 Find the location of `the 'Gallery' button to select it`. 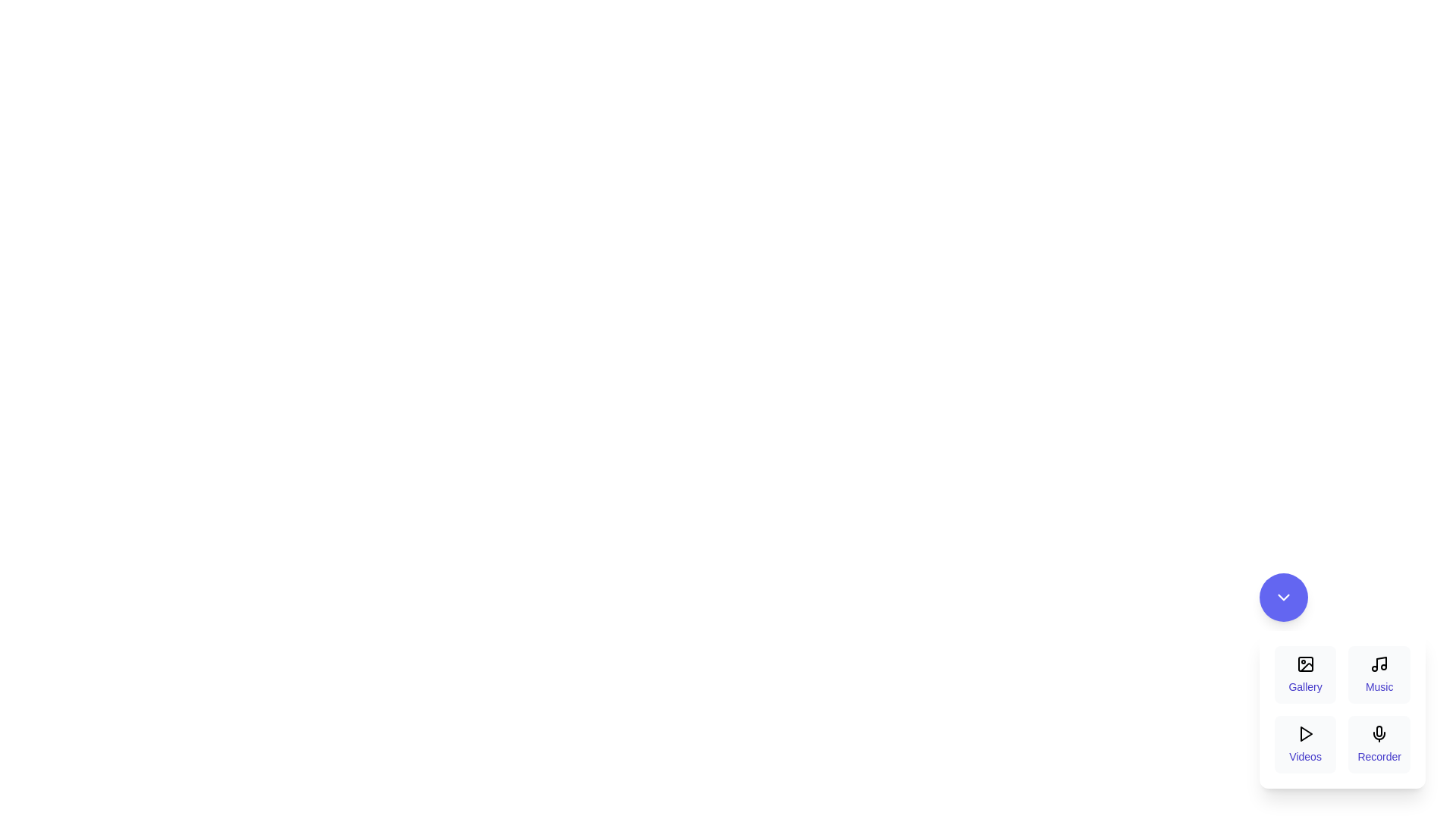

the 'Gallery' button to select it is located at coordinates (1304, 674).